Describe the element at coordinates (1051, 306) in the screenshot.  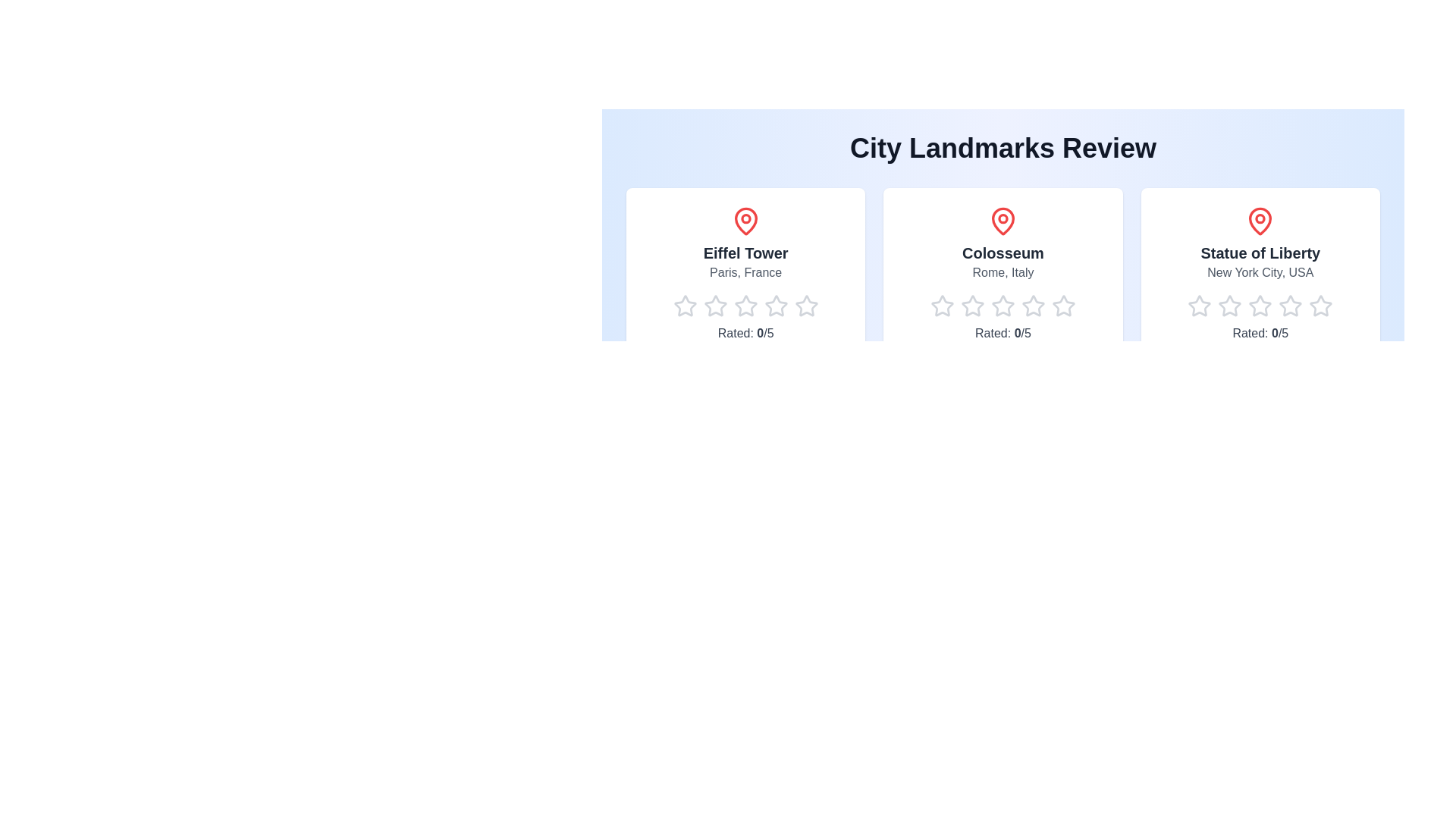
I see `the star corresponding to 5 for the landmark Colosseum` at that location.